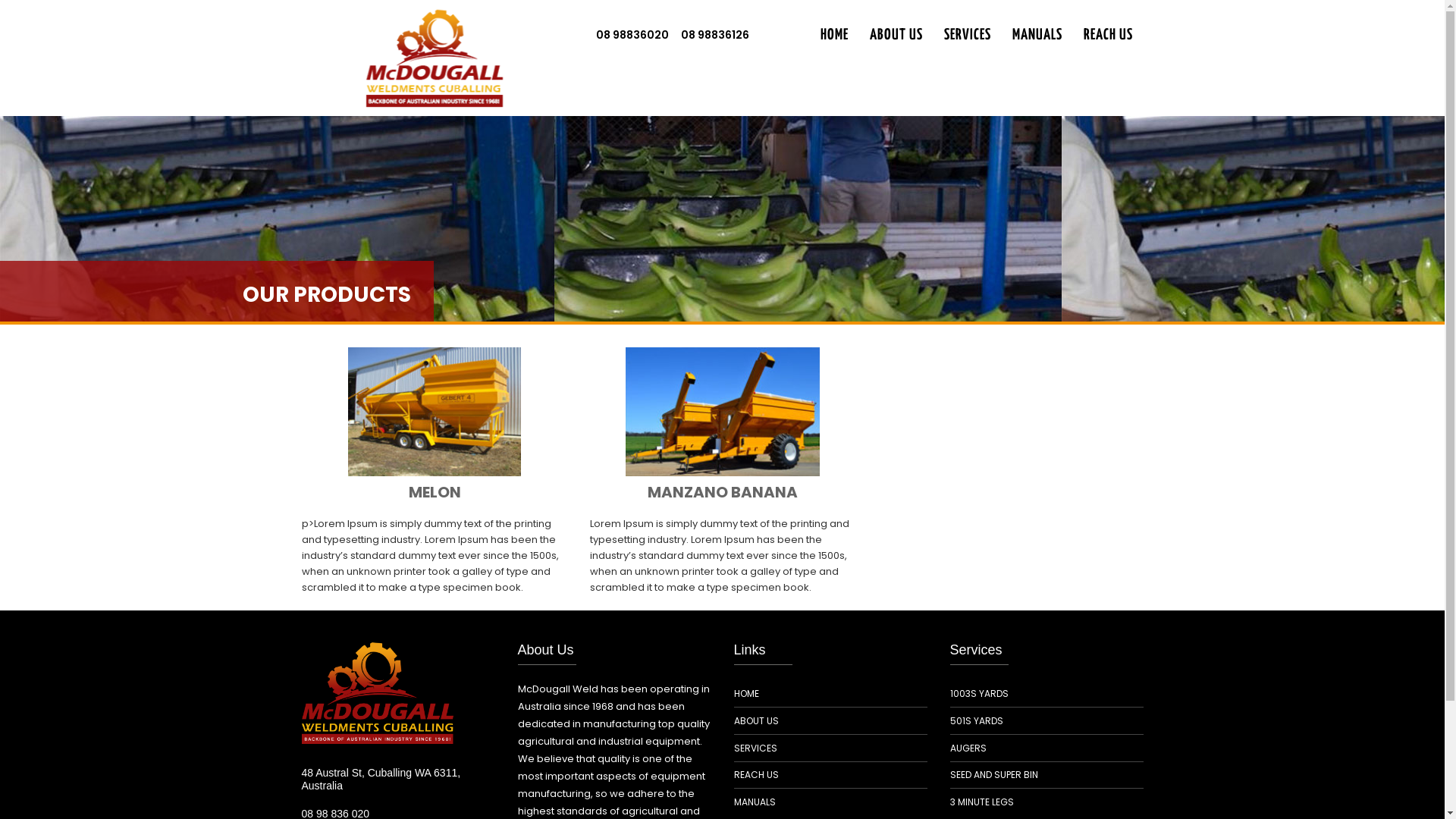 This screenshot has width=1456, height=819. Describe the element at coordinates (756, 720) in the screenshot. I see `'ABOUT US'` at that location.